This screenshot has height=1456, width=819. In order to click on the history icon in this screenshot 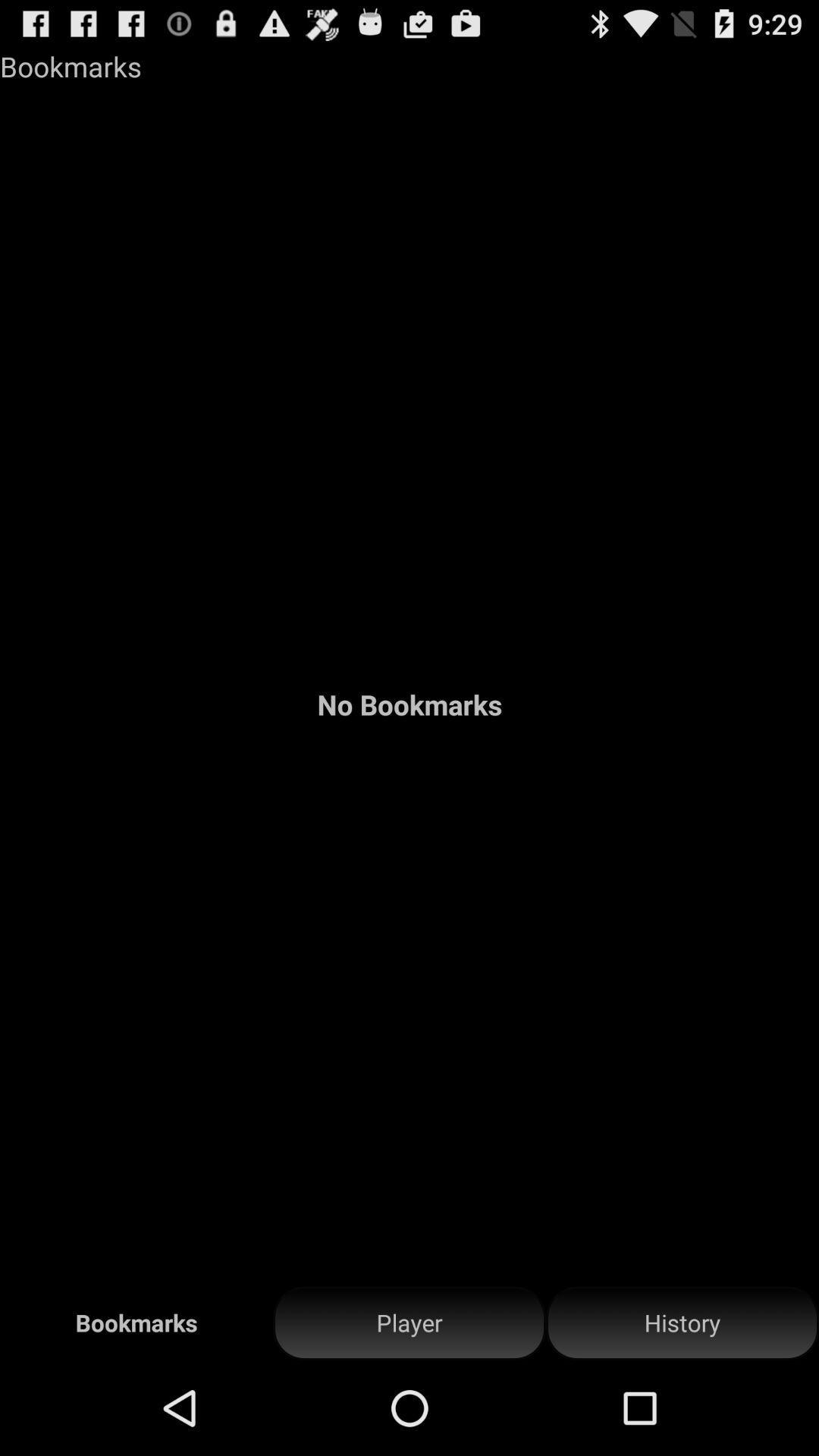, I will do `click(681, 1323)`.